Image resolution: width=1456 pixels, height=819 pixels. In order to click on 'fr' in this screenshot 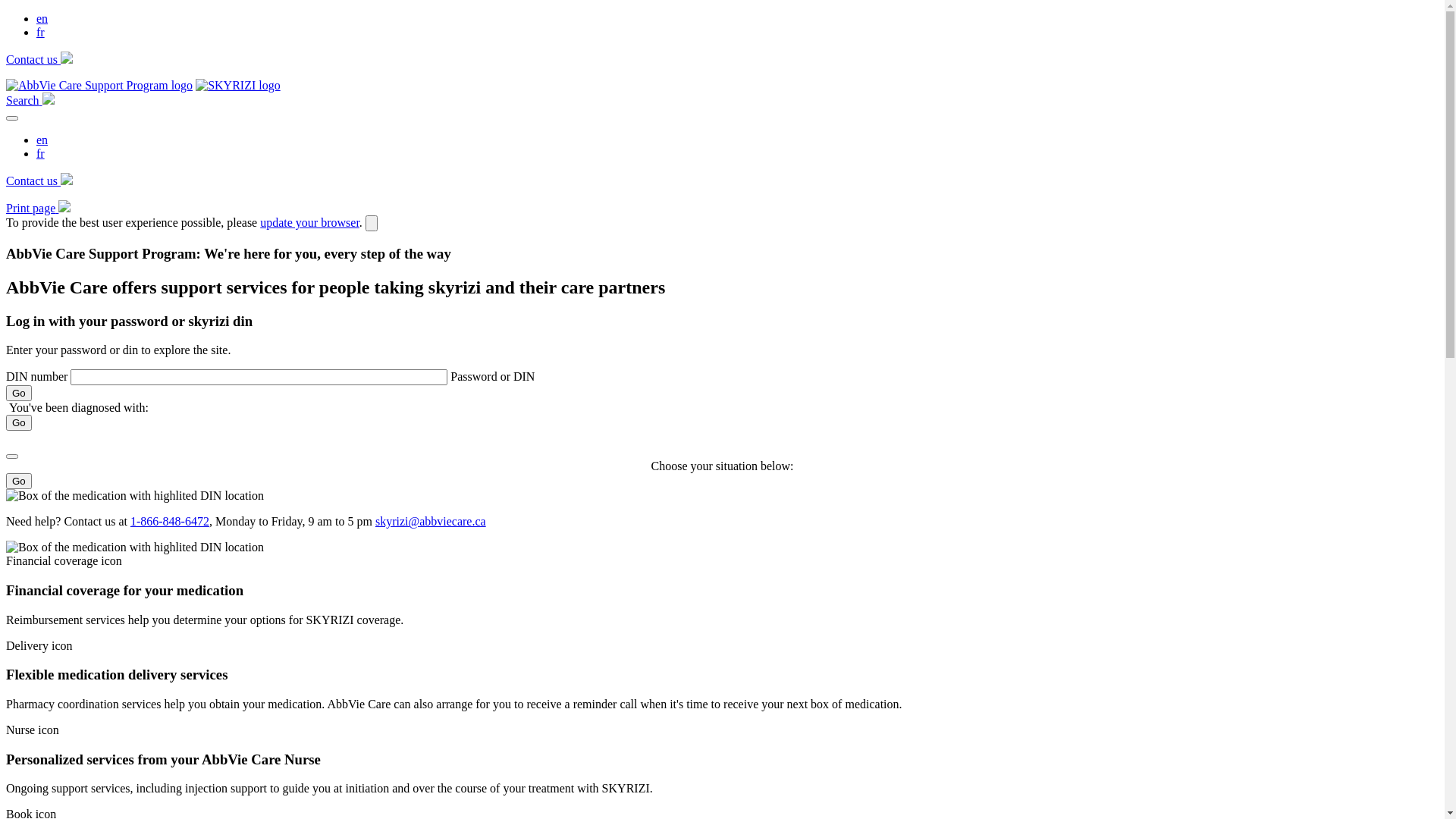, I will do `click(40, 153)`.